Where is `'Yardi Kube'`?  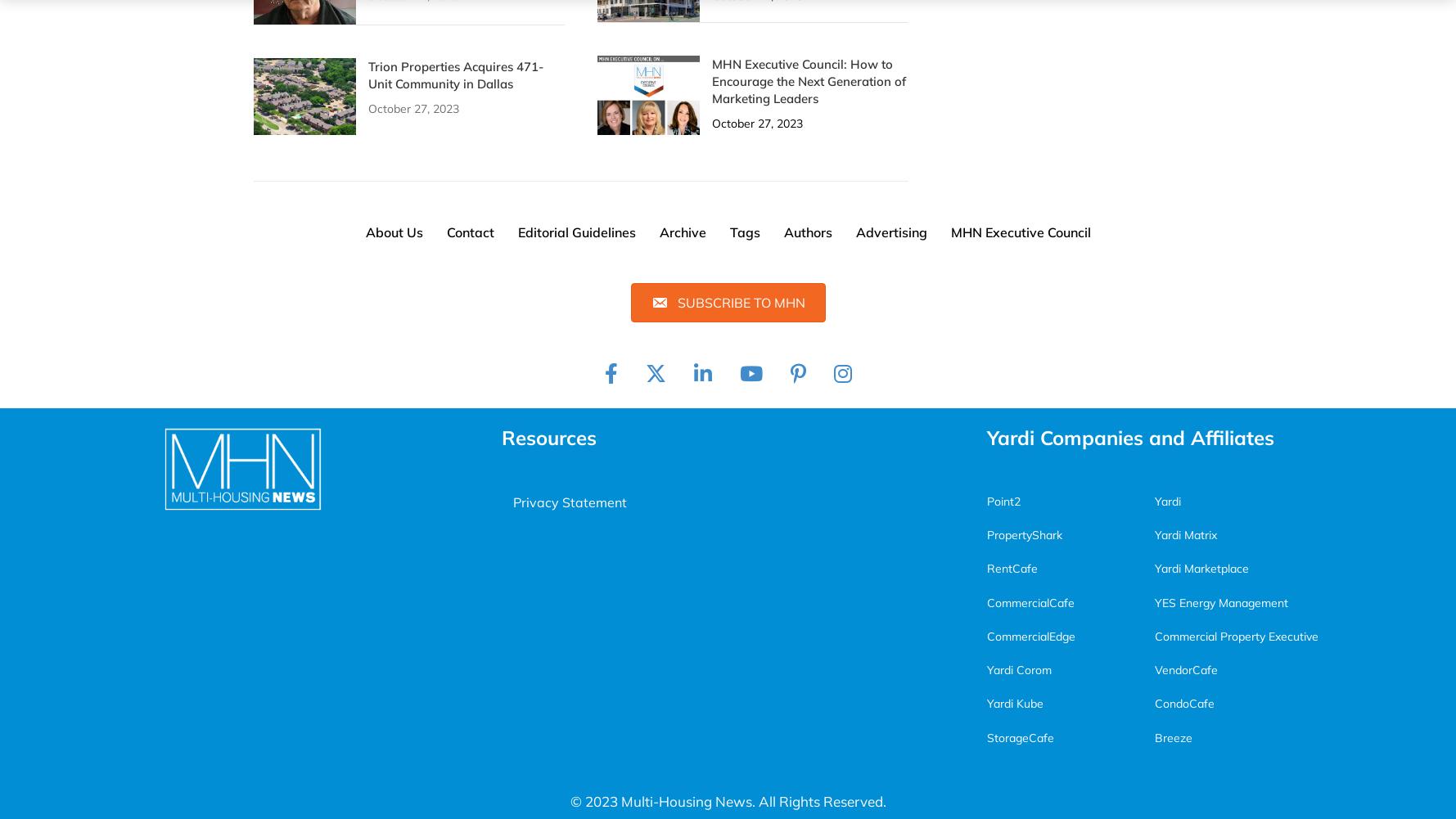
'Yardi Kube' is located at coordinates (985, 703).